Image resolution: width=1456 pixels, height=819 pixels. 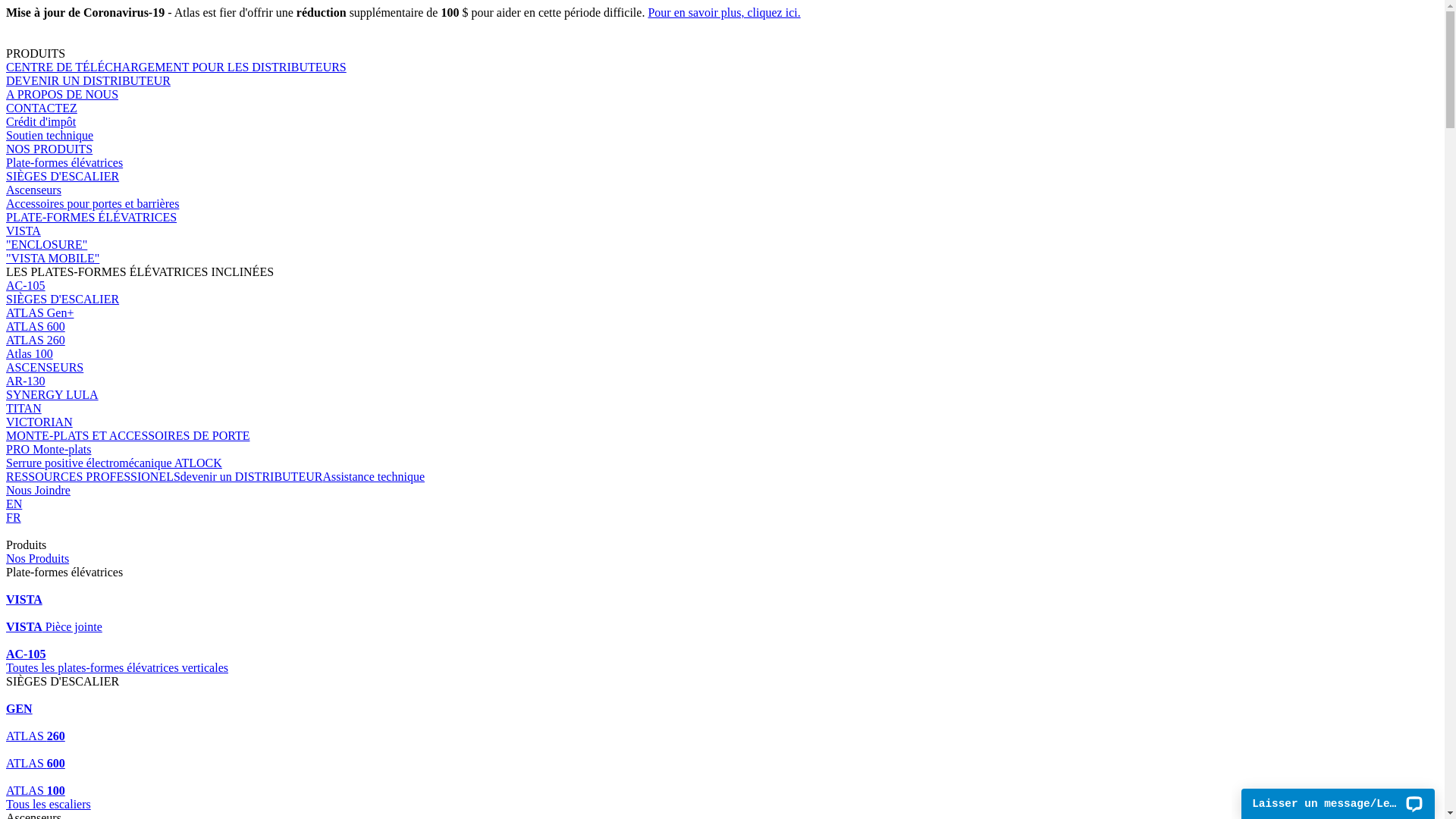 I want to click on 'RESSOURCES PROFESSIONELS', so click(x=93, y=475).